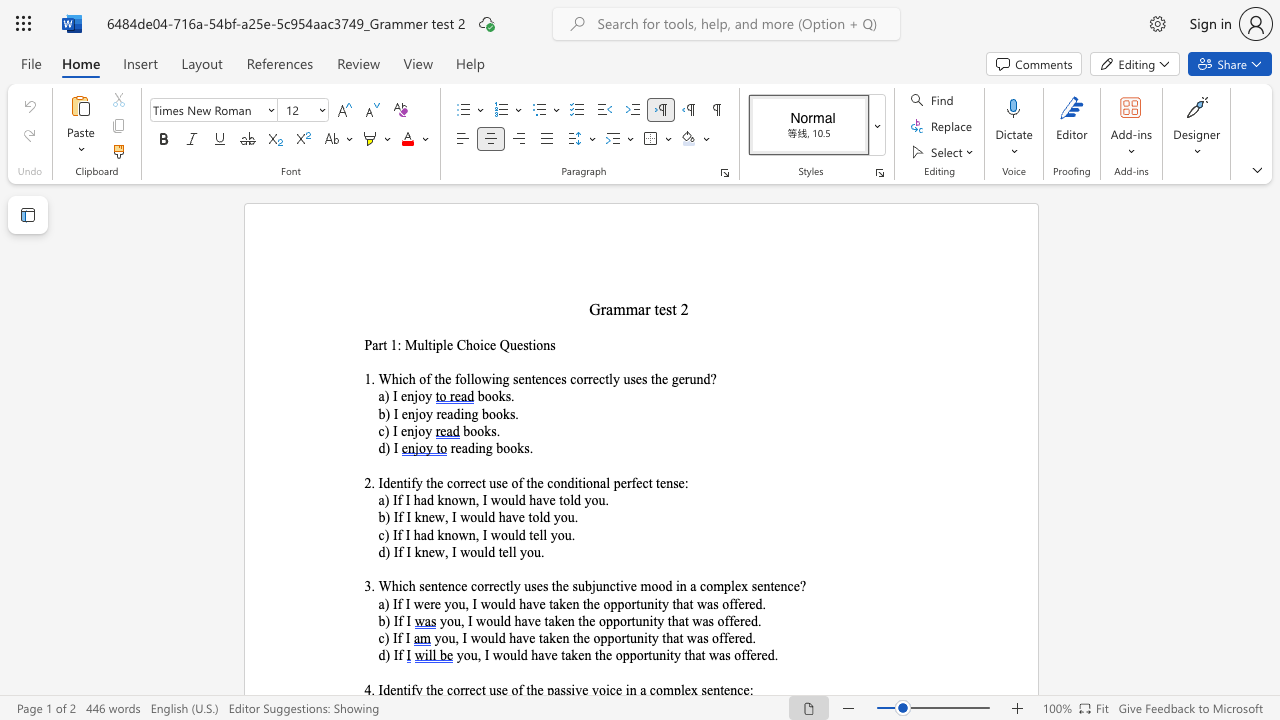  I want to click on the subset text "was offered." within the text "you, I would have taken the opportunity that was offered.", so click(692, 620).